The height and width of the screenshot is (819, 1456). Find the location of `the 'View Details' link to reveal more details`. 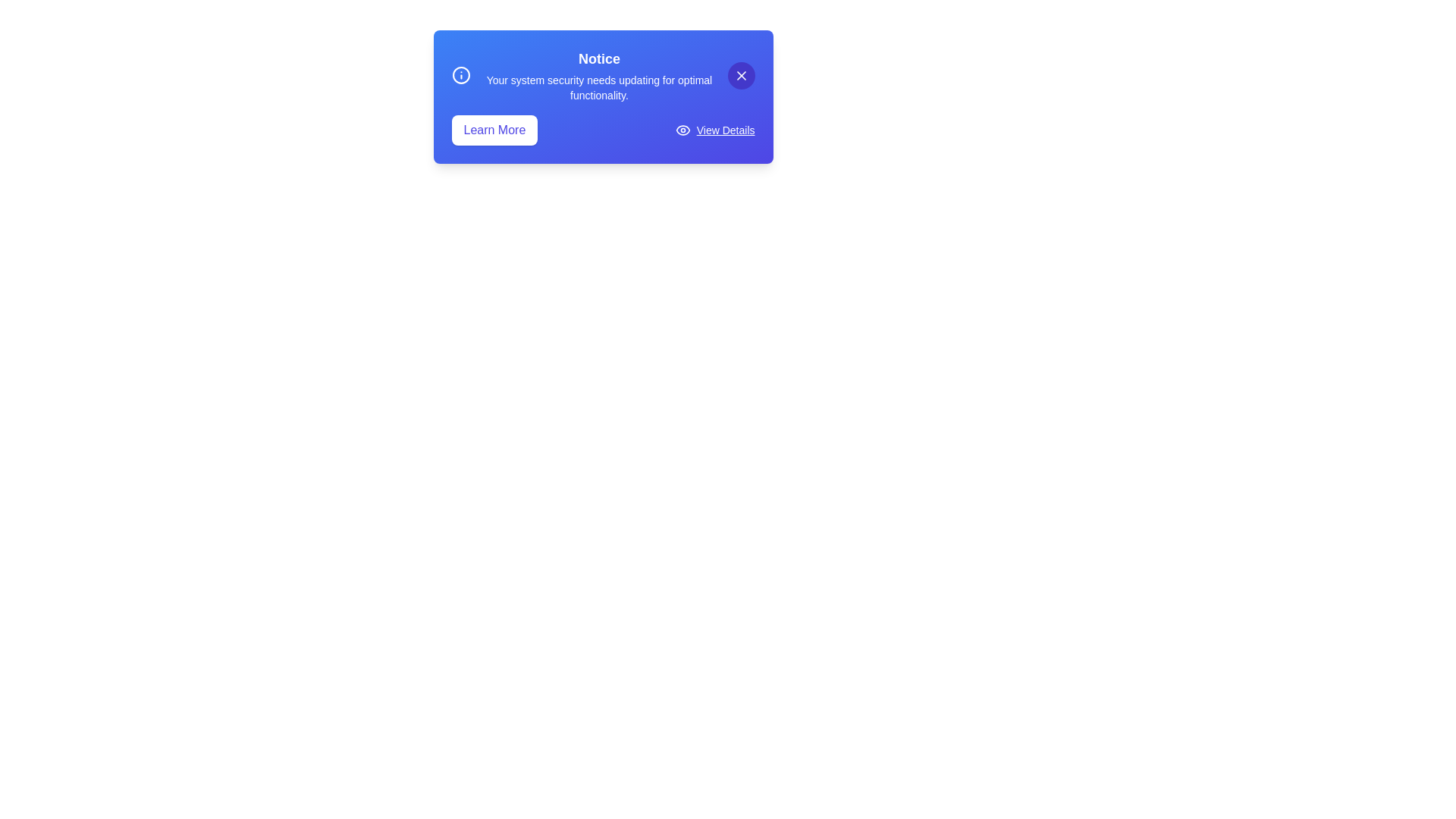

the 'View Details' link to reveal more details is located at coordinates (724, 130).